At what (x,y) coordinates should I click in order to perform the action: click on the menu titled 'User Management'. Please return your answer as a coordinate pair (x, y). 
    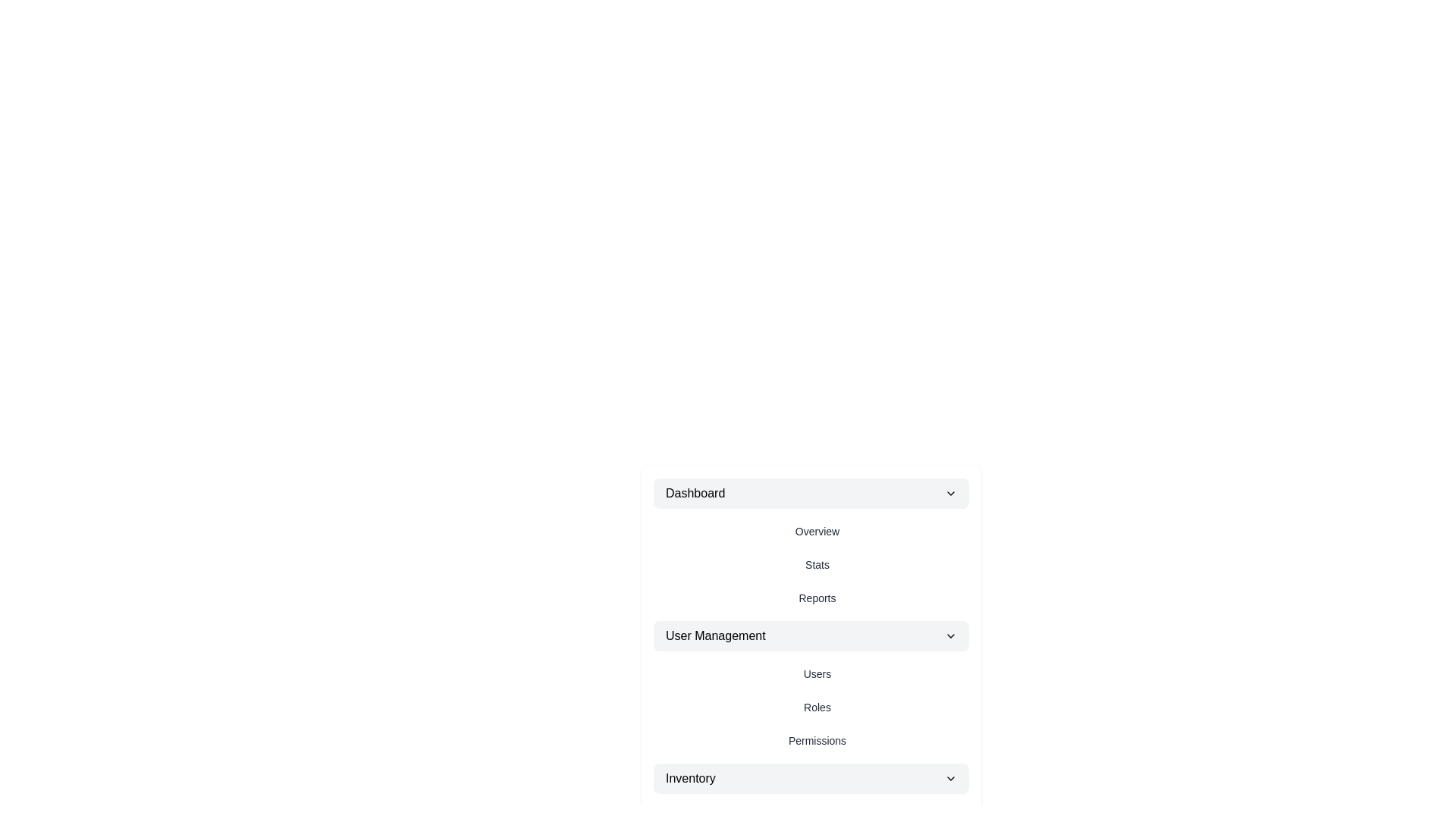
    Looking at the image, I should click on (811, 636).